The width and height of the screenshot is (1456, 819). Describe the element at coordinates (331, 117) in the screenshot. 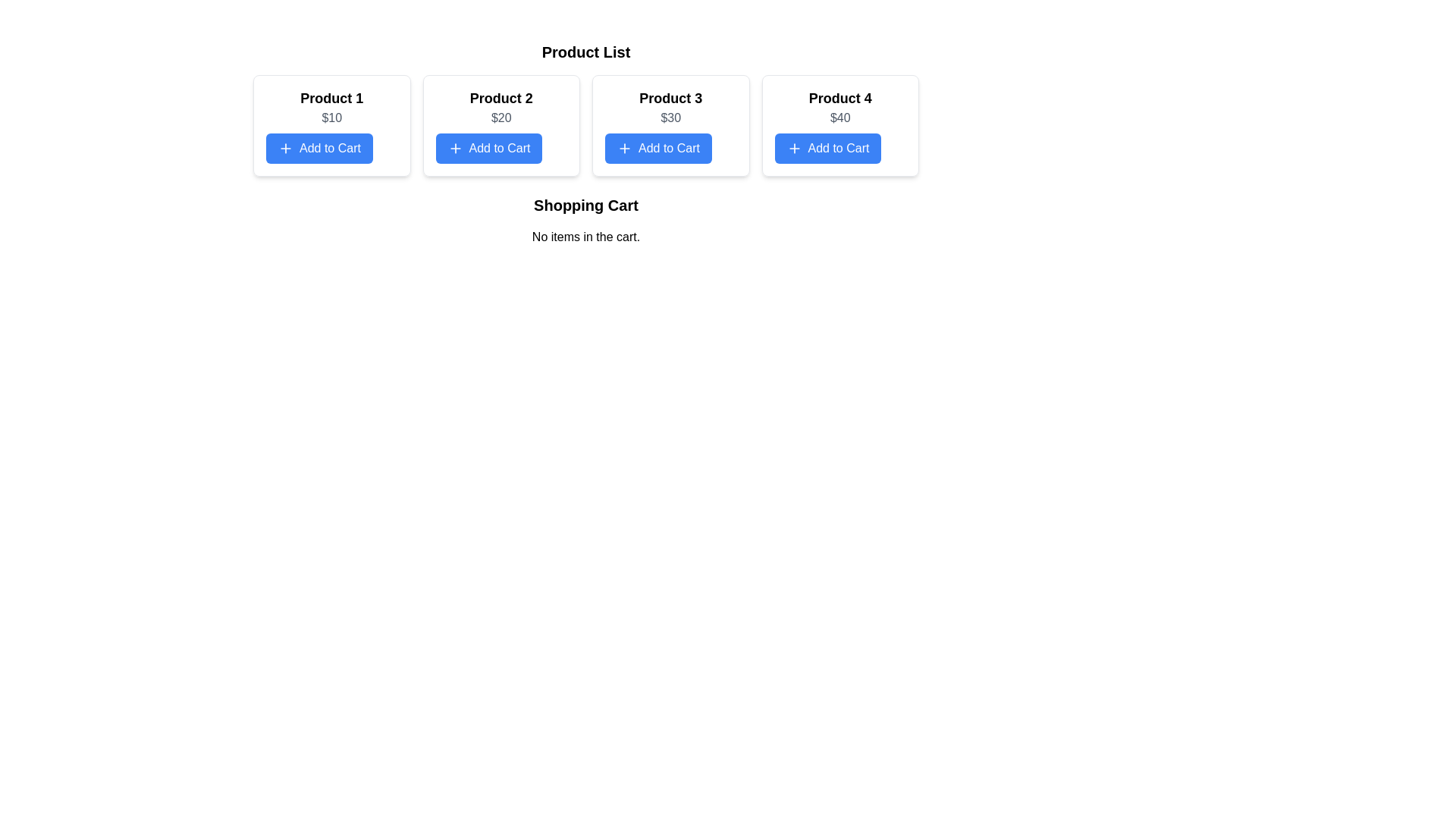

I see `the text label displaying the price '$10' in light gray, positioned below the title 'Product 1' within the product card` at that location.